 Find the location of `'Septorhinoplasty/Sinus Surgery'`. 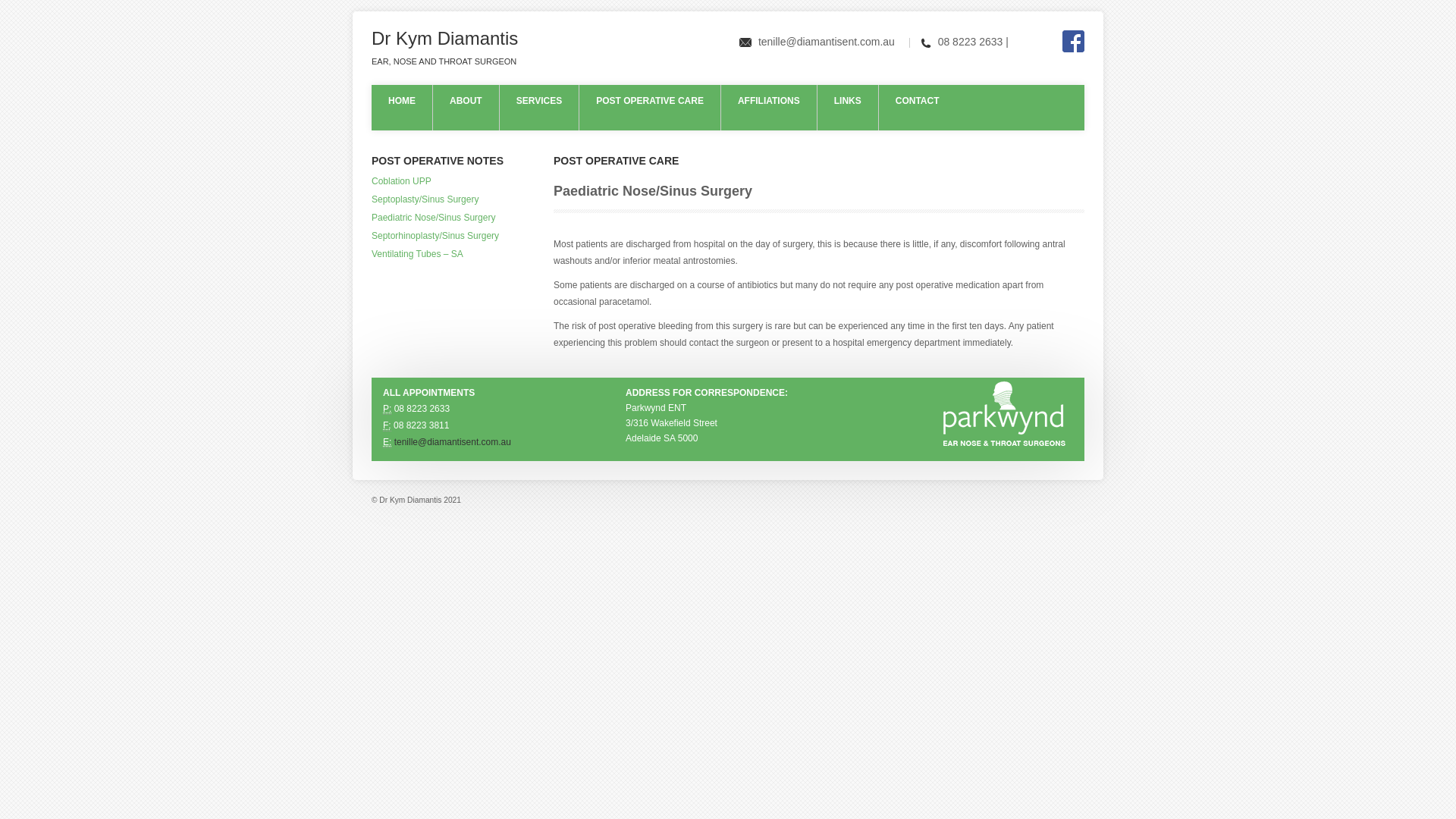

'Septorhinoplasty/Sinus Surgery' is located at coordinates (371, 236).